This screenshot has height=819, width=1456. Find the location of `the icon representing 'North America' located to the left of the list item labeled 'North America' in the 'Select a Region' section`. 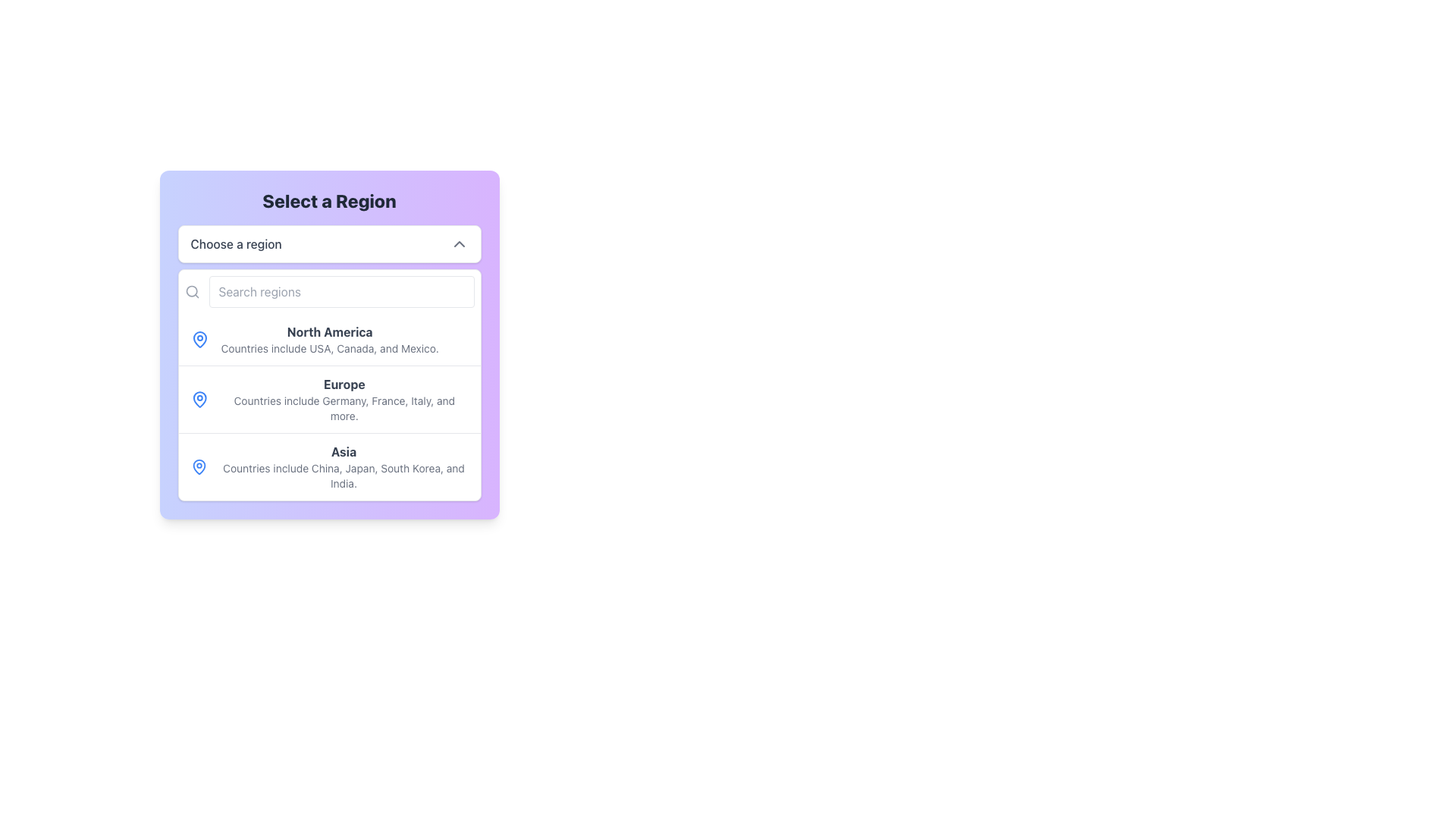

the icon representing 'North America' located to the left of the list item labeled 'North America' in the 'Select a Region' section is located at coordinates (199, 338).